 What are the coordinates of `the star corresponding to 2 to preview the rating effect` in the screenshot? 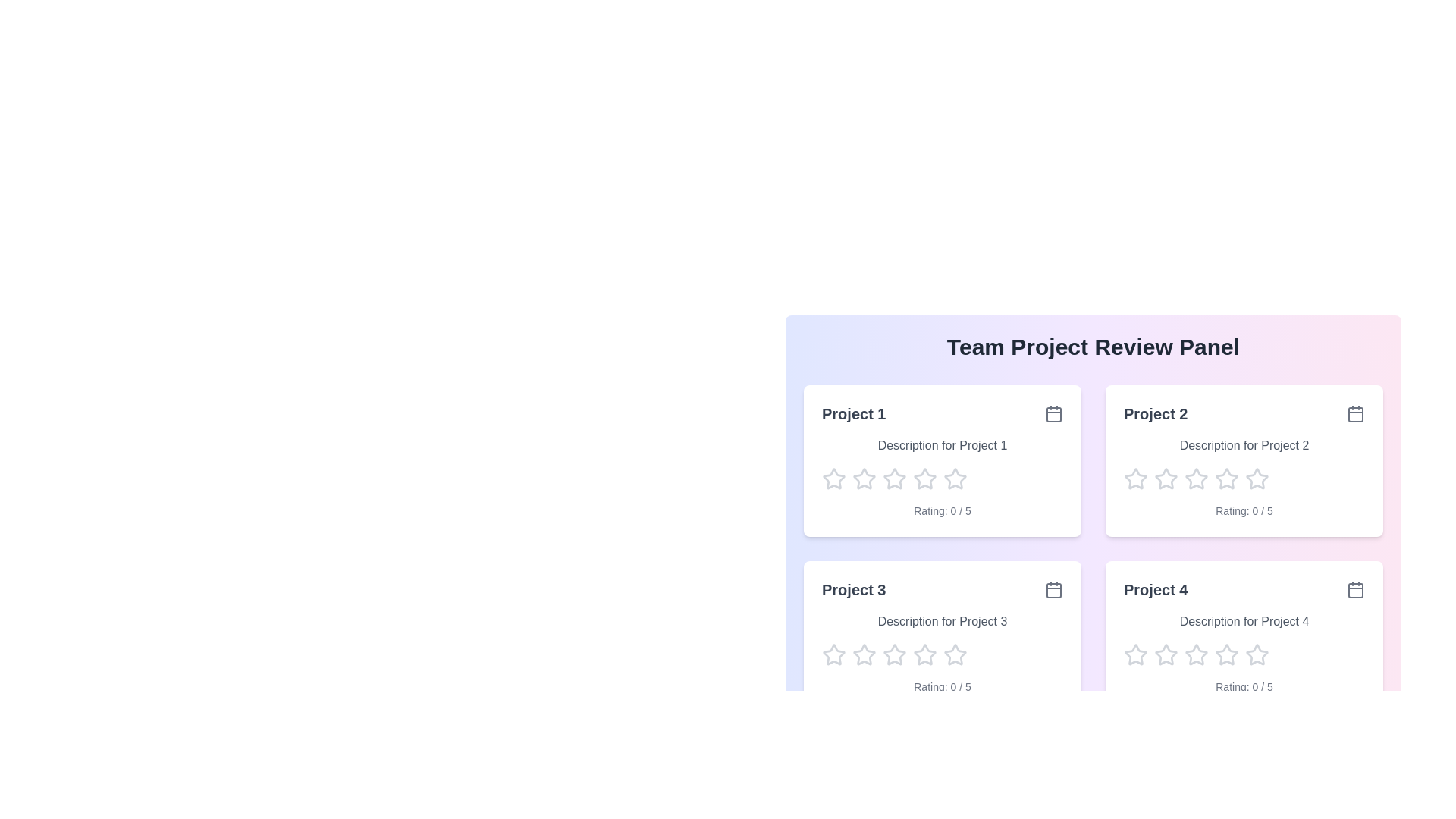 It's located at (864, 479).